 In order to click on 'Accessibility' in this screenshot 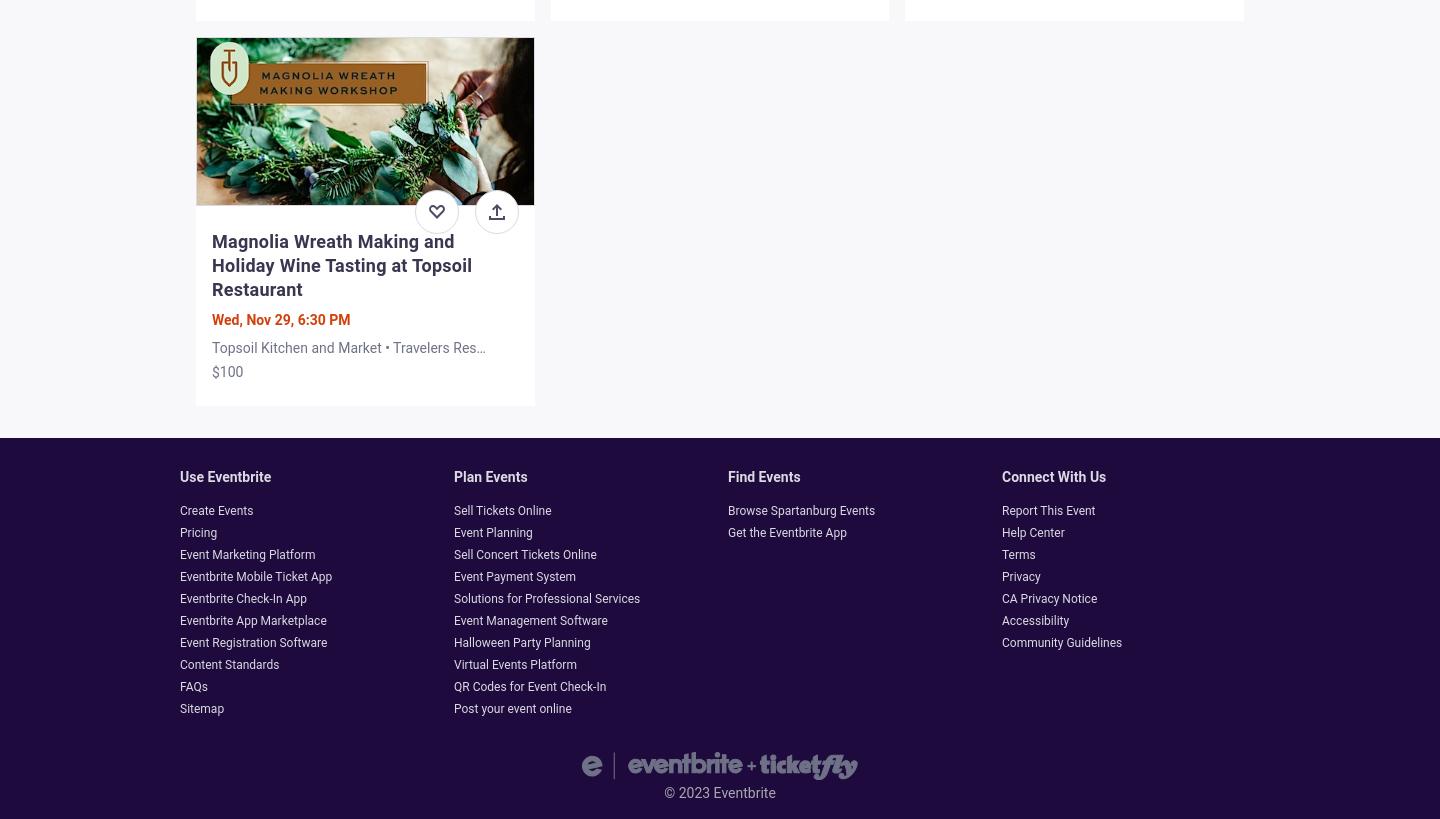, I will do `click(1035, 619)`.